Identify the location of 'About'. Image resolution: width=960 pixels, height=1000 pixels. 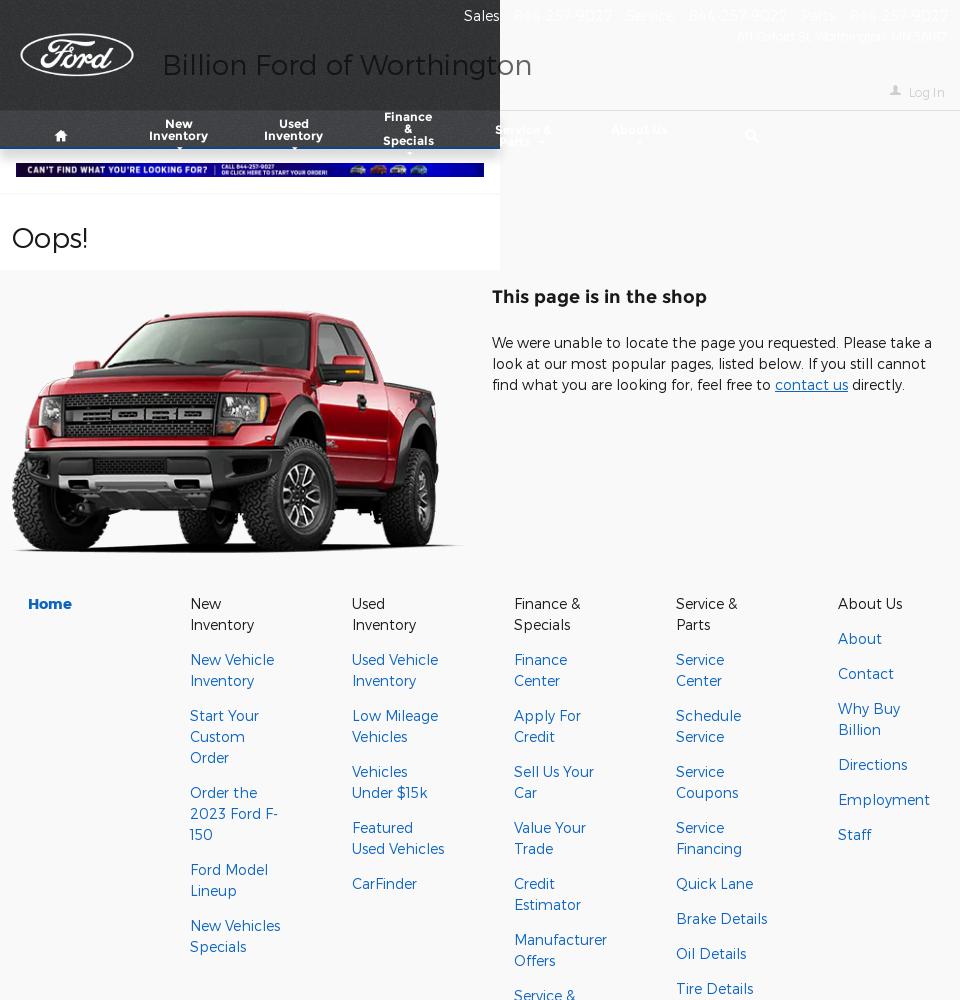
(858, 638).